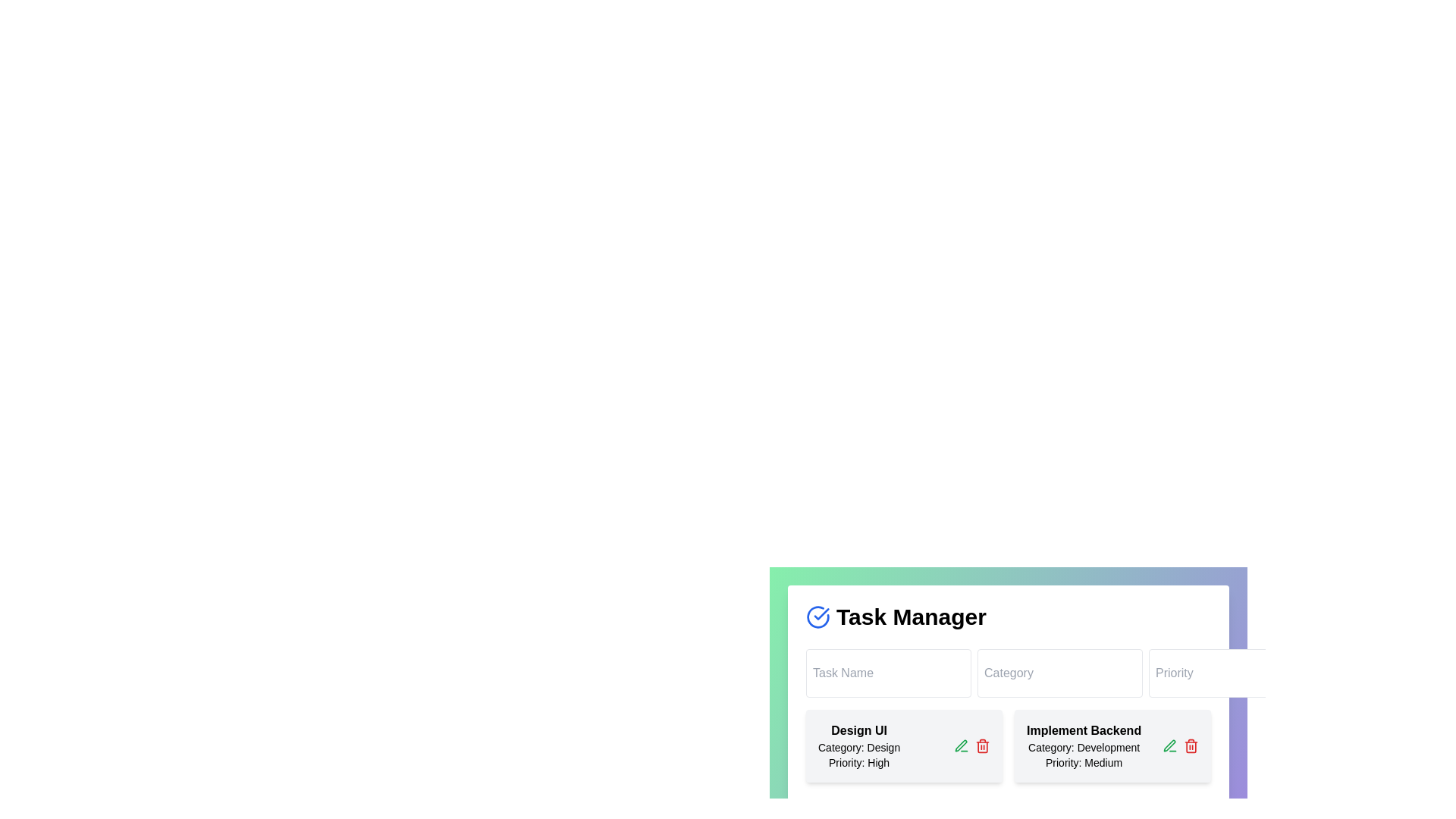  Describe the element at coordinates (817, 617) in the screenshot. I see `attributes of the circular blue checkmark icon located to the left of the 'Task Manager' text in the card header` at that location.